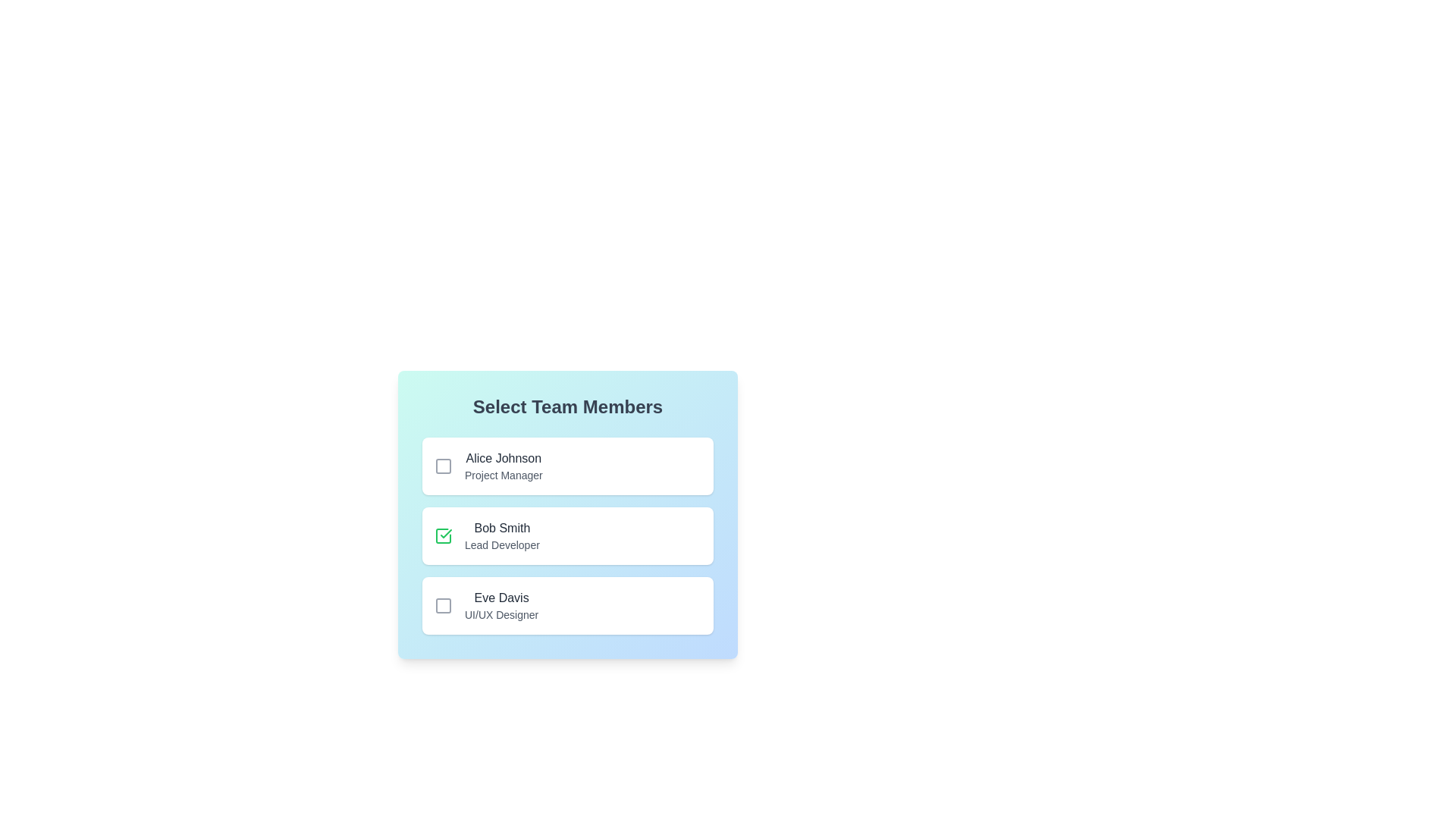 The width and height of the screenshot is (1456, 819). I want to click on the second card in the vertical list representing a team member, which includes a checkbox for selection, so click(566, 513).